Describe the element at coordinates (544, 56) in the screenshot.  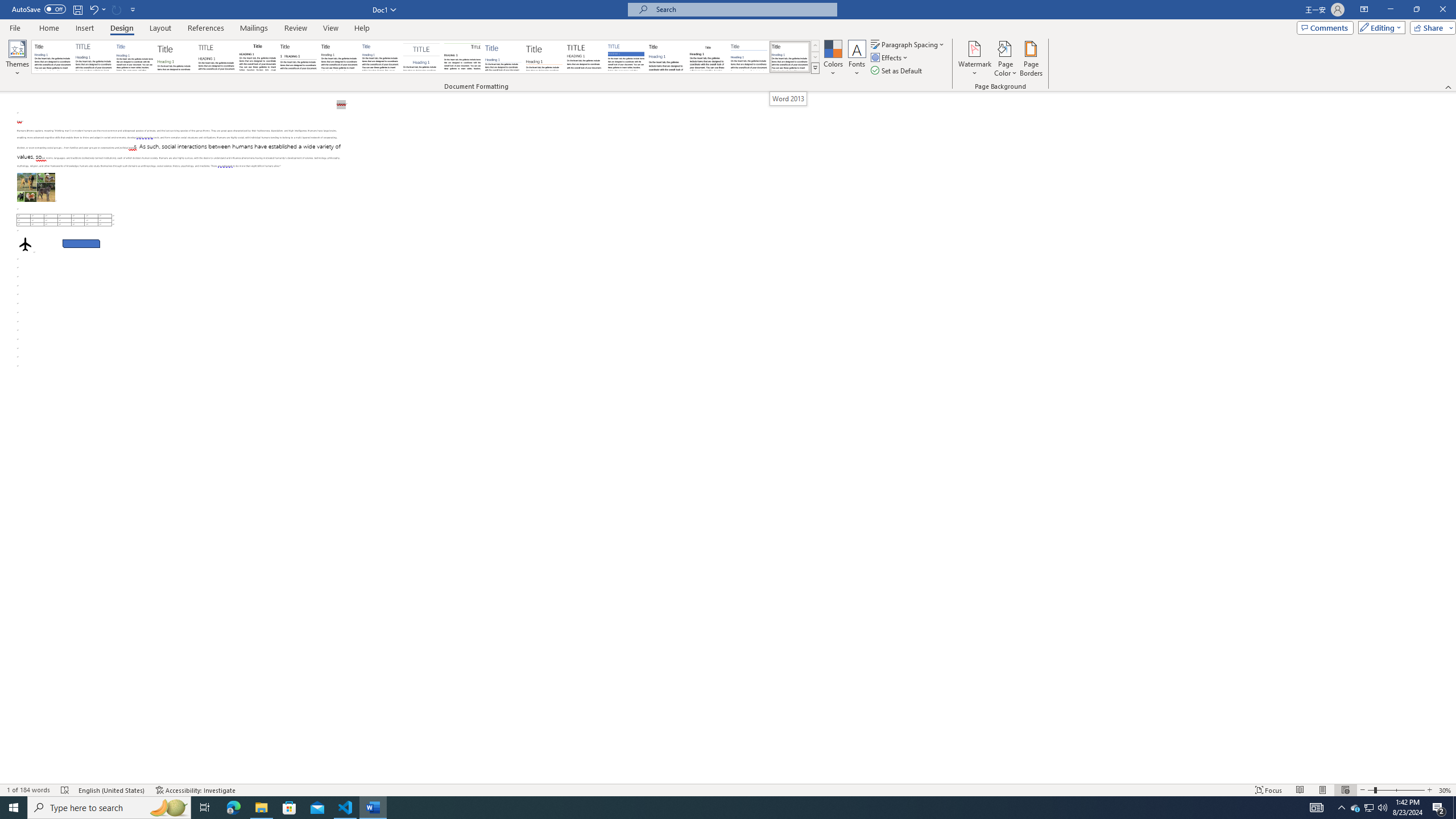
I see `'Lines (Stylish)'` at that location.